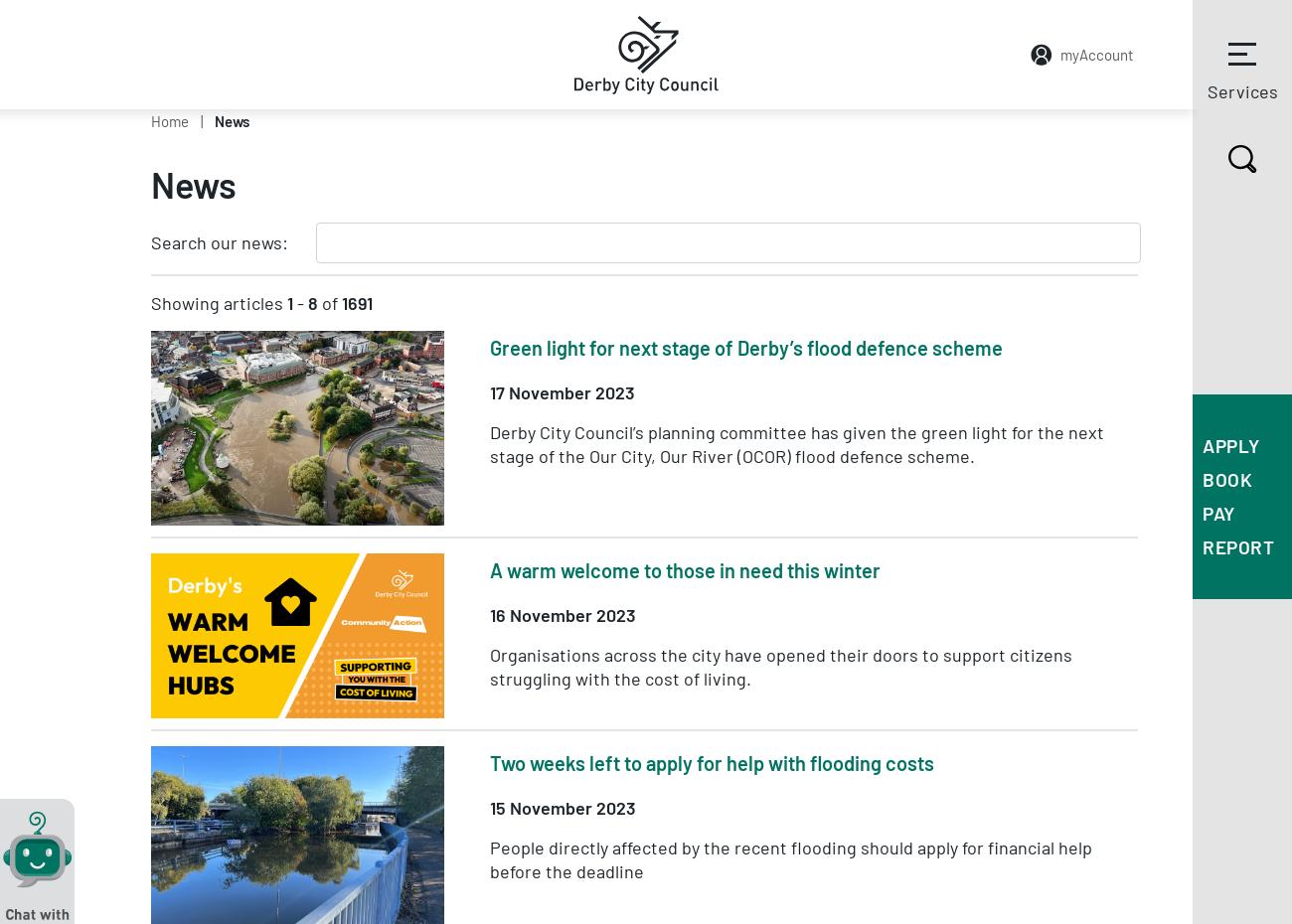 The height and width of the screenshot is (924, 1292). I want to click on 'Home', so click(169, 121).